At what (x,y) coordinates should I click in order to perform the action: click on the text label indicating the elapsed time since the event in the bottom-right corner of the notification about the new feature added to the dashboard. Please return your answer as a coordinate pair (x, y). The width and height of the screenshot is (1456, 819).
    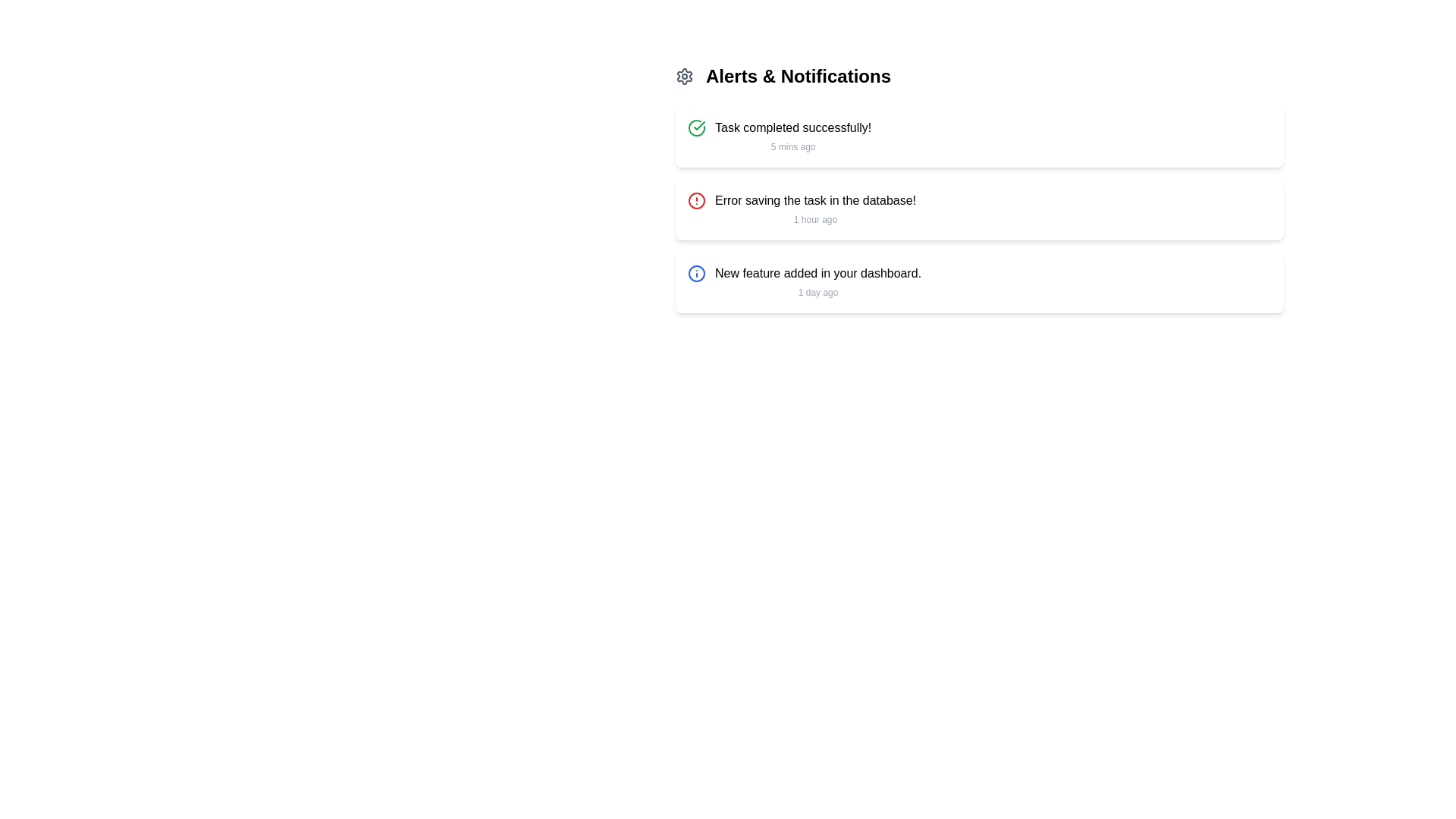
    Looking at the image, I should click on (817, 292).